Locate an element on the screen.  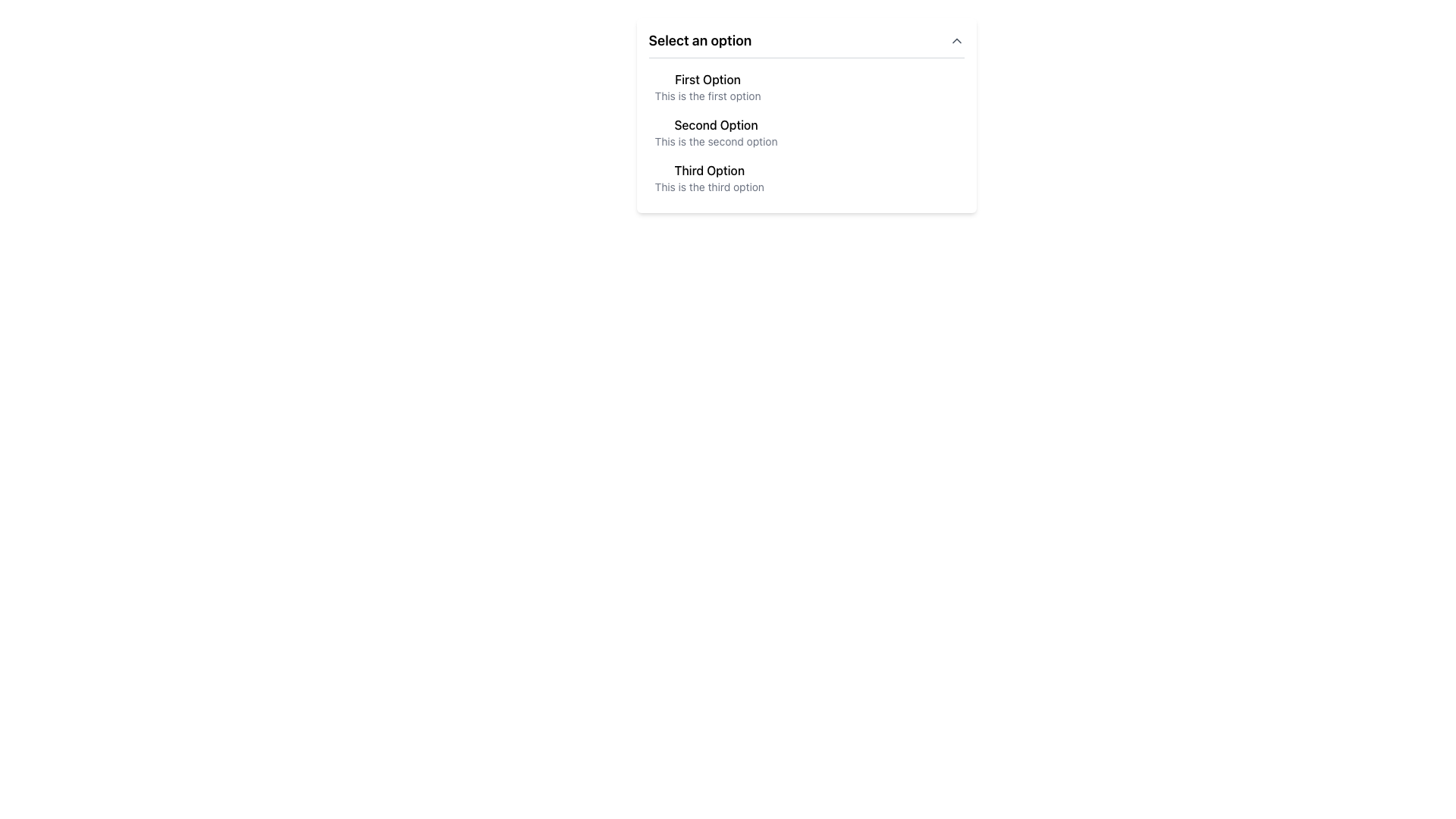
the text label that reads 'This is the second option', which is styled in a smaller gray font and located directly below the 'Second Option' heading is located at coordinates (715, 141).